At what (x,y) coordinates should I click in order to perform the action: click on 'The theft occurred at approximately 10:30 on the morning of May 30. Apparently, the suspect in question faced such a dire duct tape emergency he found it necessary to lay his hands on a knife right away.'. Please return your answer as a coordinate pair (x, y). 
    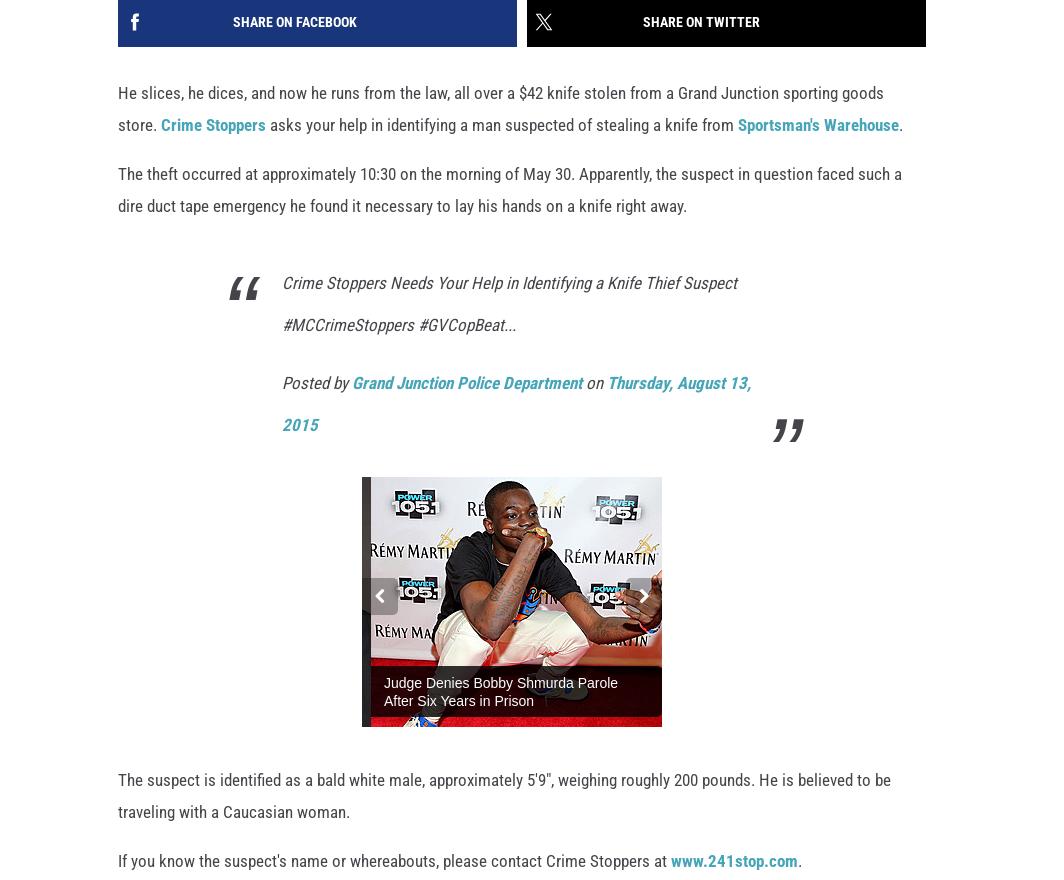
    Looking at the image, I should click on (509, 190).